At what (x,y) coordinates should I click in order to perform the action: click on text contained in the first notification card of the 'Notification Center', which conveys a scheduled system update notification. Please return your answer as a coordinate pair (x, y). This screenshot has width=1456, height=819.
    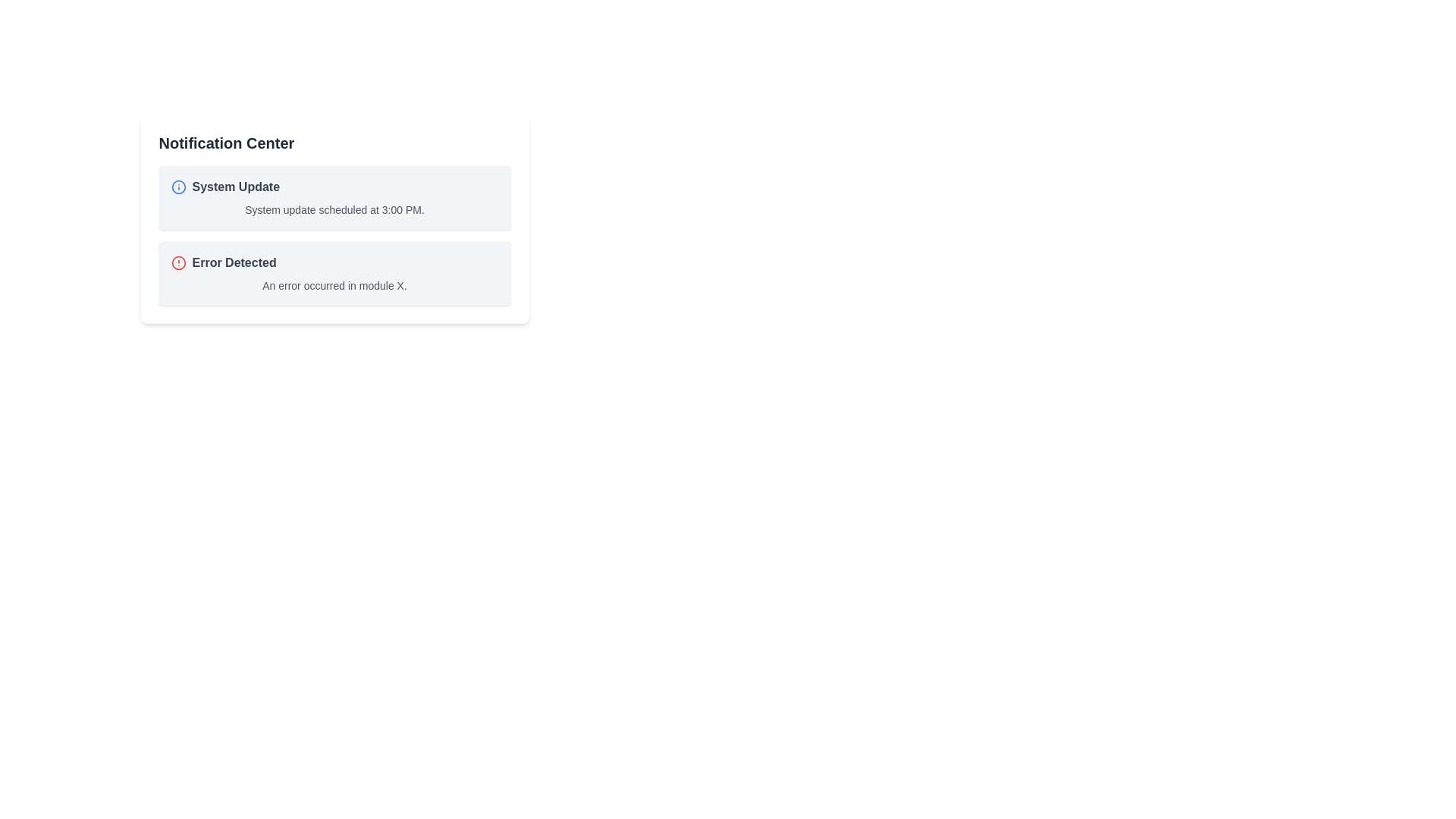
    Looking at the image, I should click on (334, 219).